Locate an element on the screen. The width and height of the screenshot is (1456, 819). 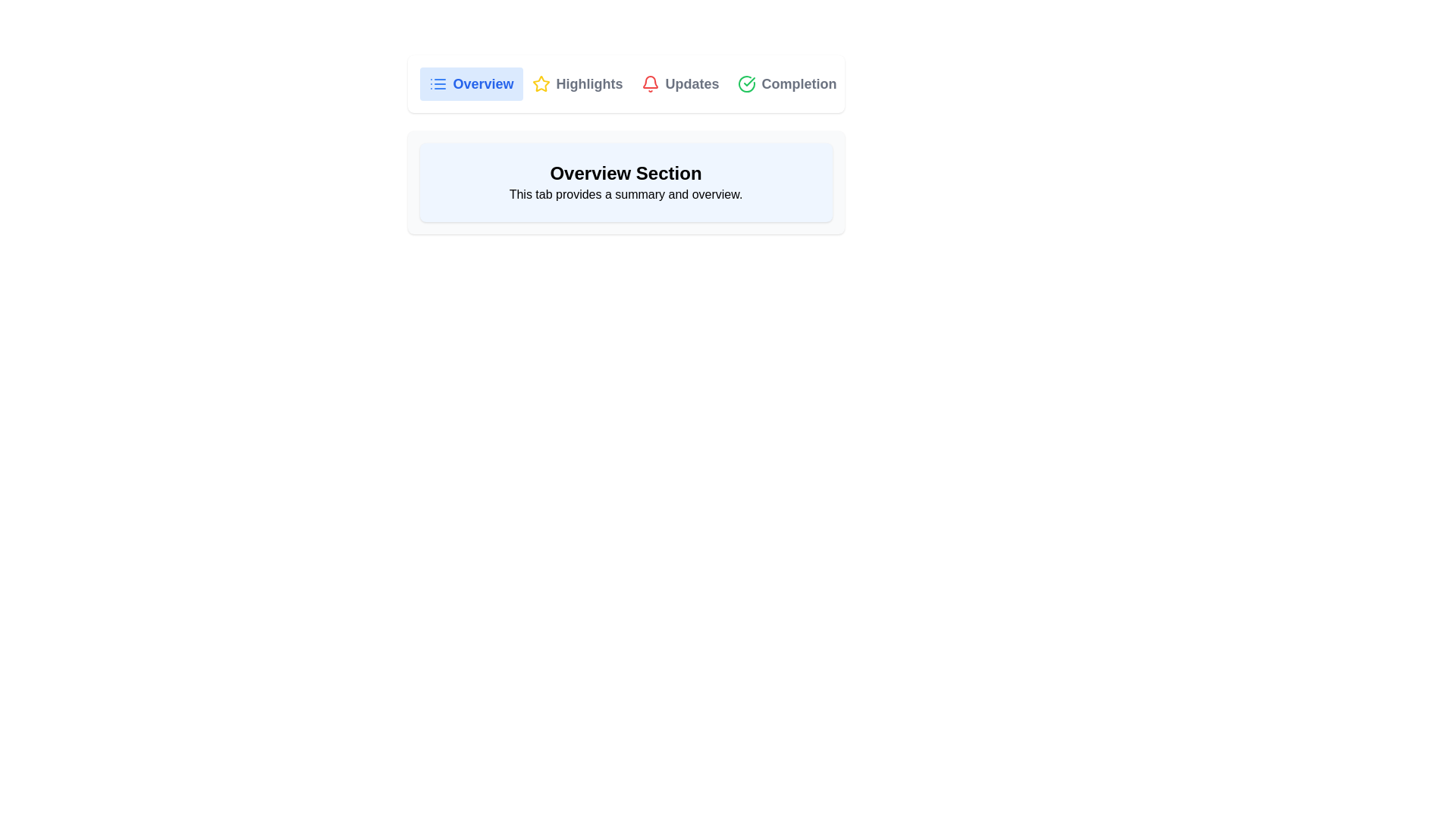
the static text label providing a descriptive summary of the 'Overview' section, which is located directly below the 'Overview Section' bold text in a light blue rounded rectangular box is located at coordinates (626, 194).